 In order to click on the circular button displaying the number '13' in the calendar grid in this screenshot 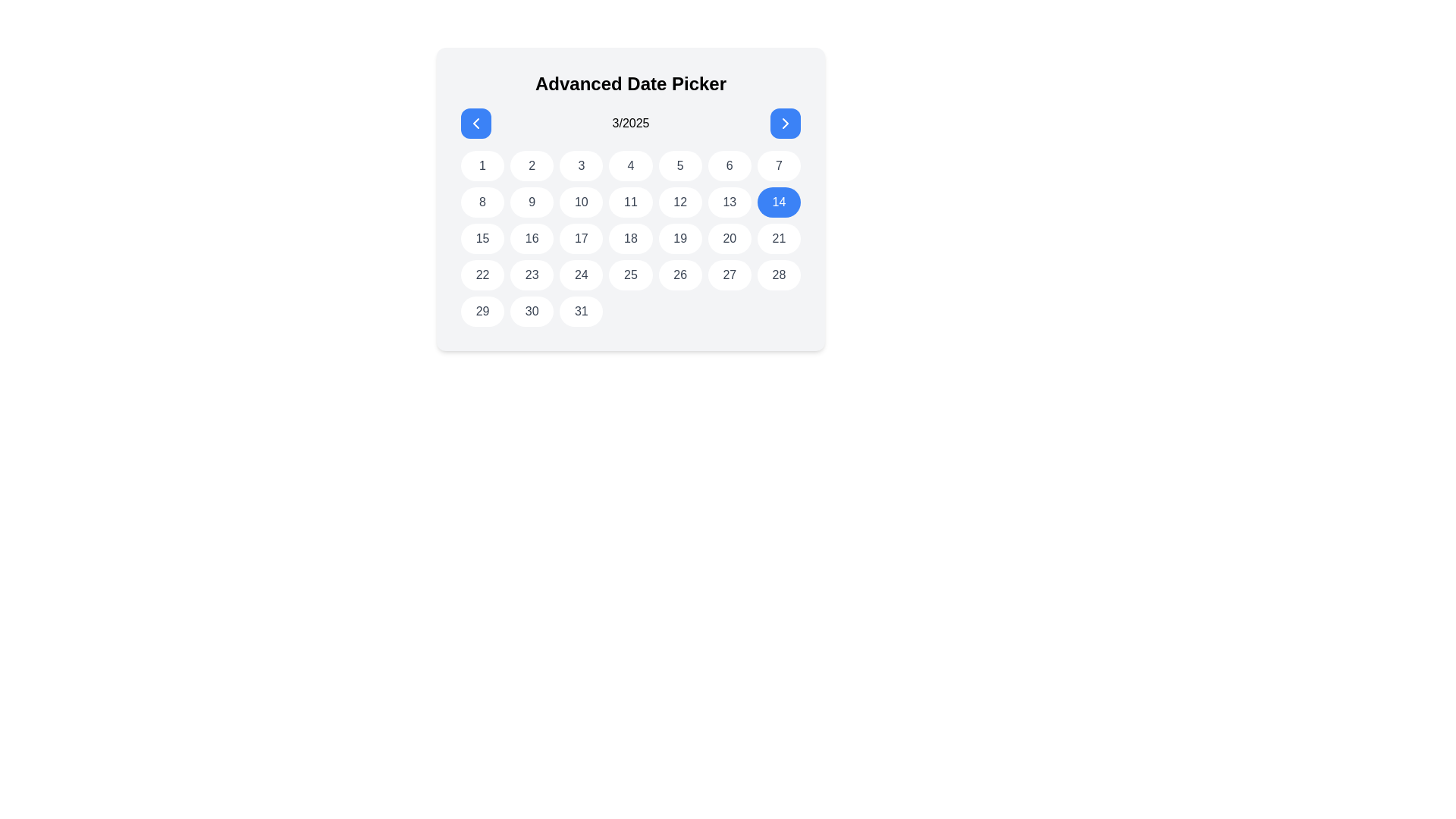, I will do `click(729, 201)`.